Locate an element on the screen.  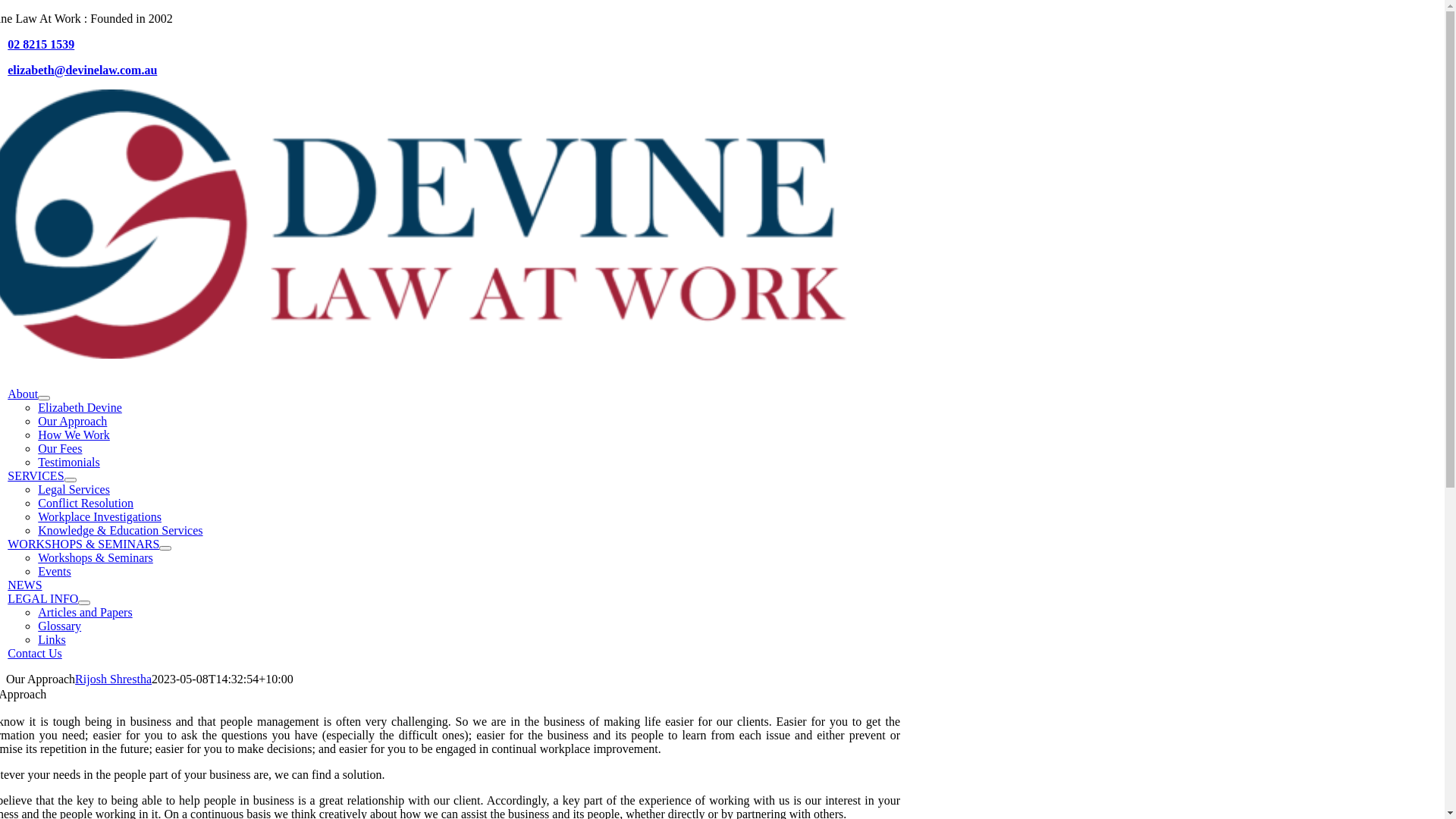
'LEGAL INFO' is located at coordinates (7, 598).